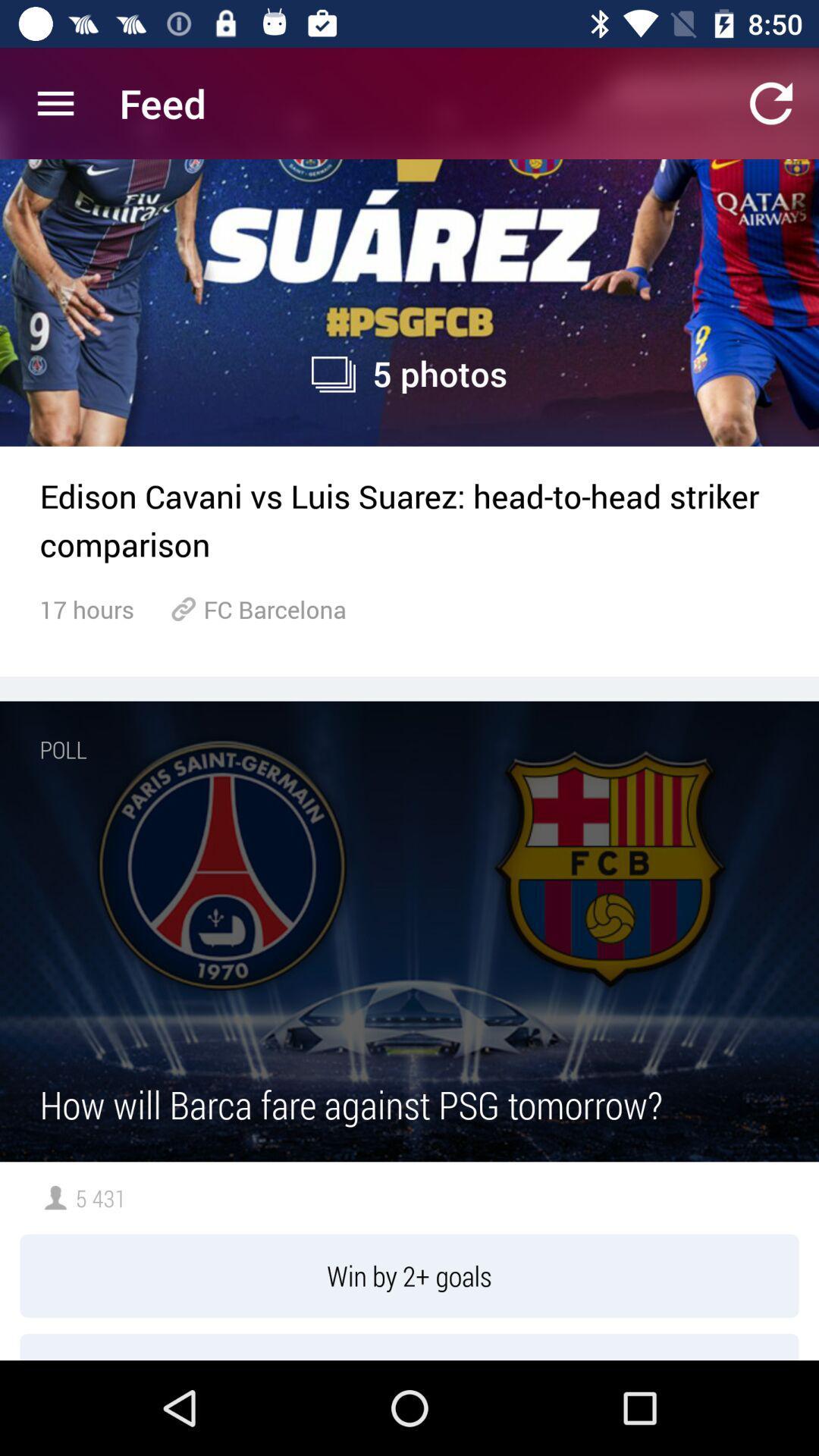  I want to click on the profile  image option in front of 5431 numbers, so click(55, 1197).